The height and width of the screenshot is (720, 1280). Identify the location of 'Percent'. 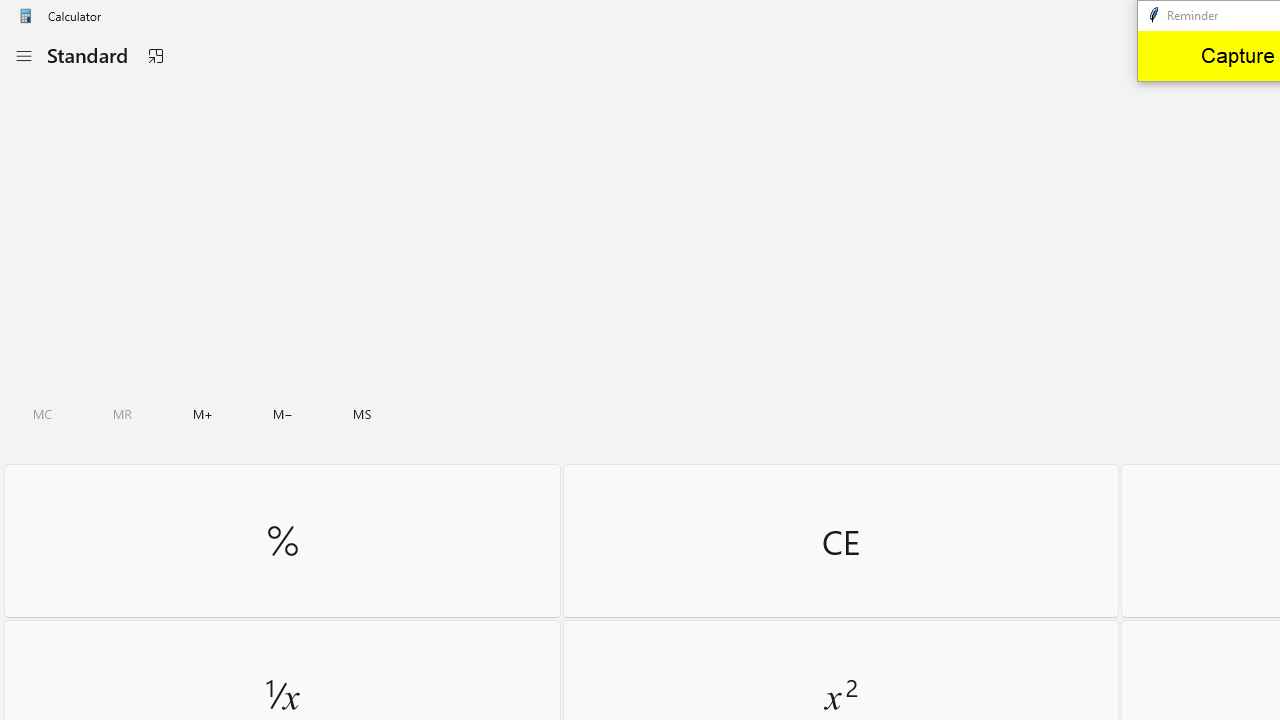
(281, 540).